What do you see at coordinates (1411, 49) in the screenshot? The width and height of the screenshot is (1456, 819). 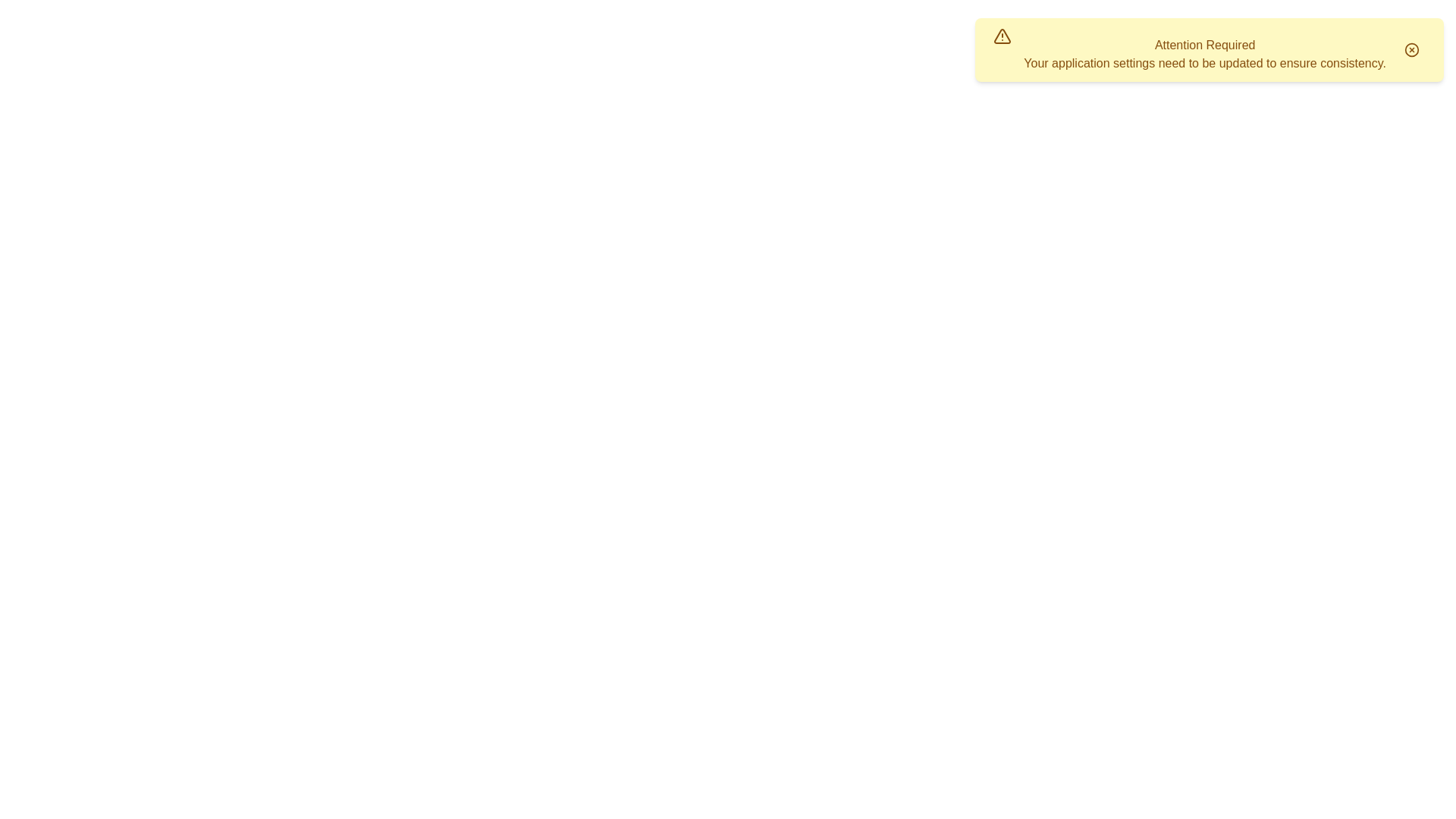 I see `the close icon located at the top-right corner of the notification card` at bounding box center [1411, 49].